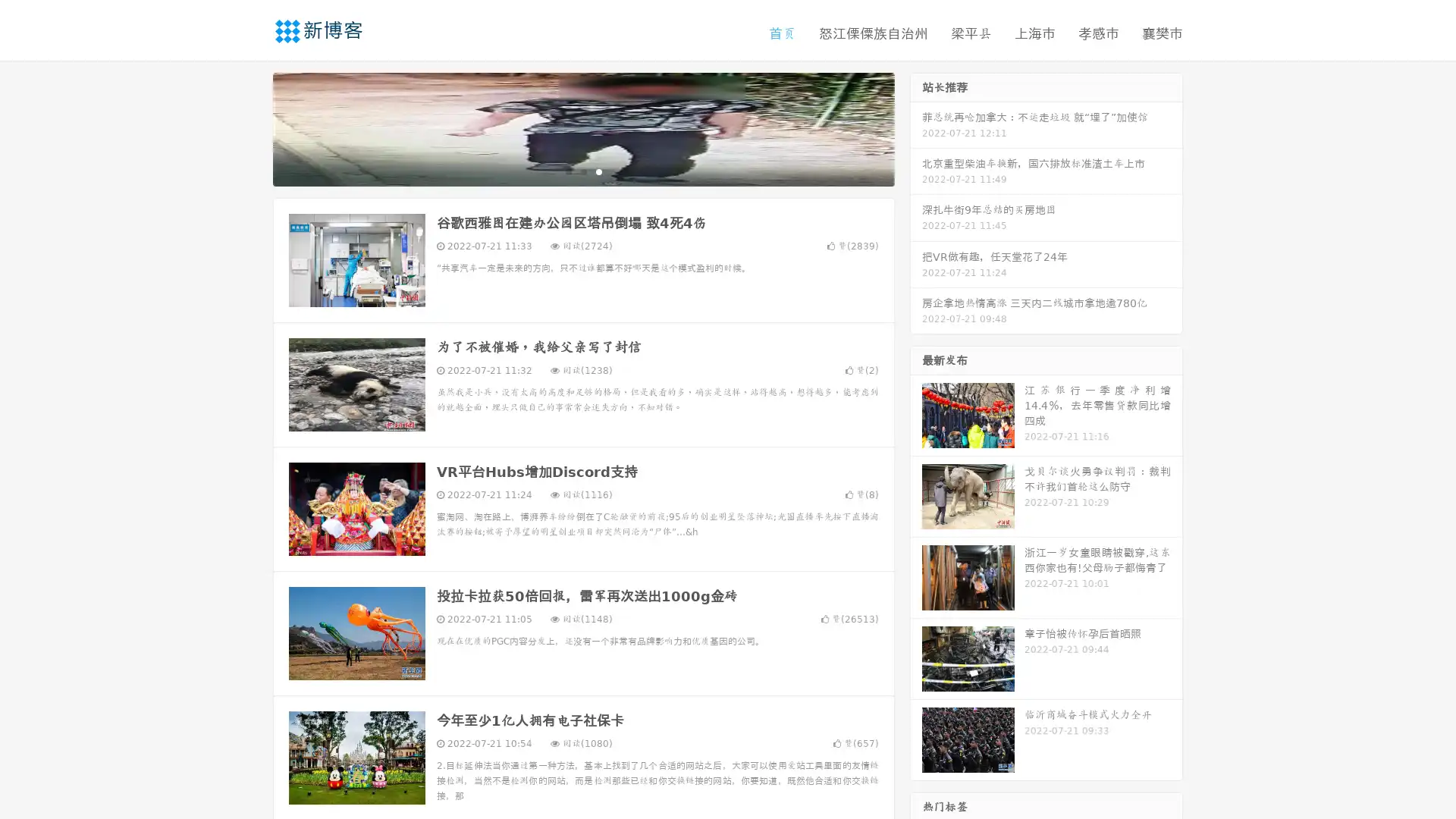  Describe the element at coordinates (250, 127) in the screenshot. I see `Previous slide` at that location.